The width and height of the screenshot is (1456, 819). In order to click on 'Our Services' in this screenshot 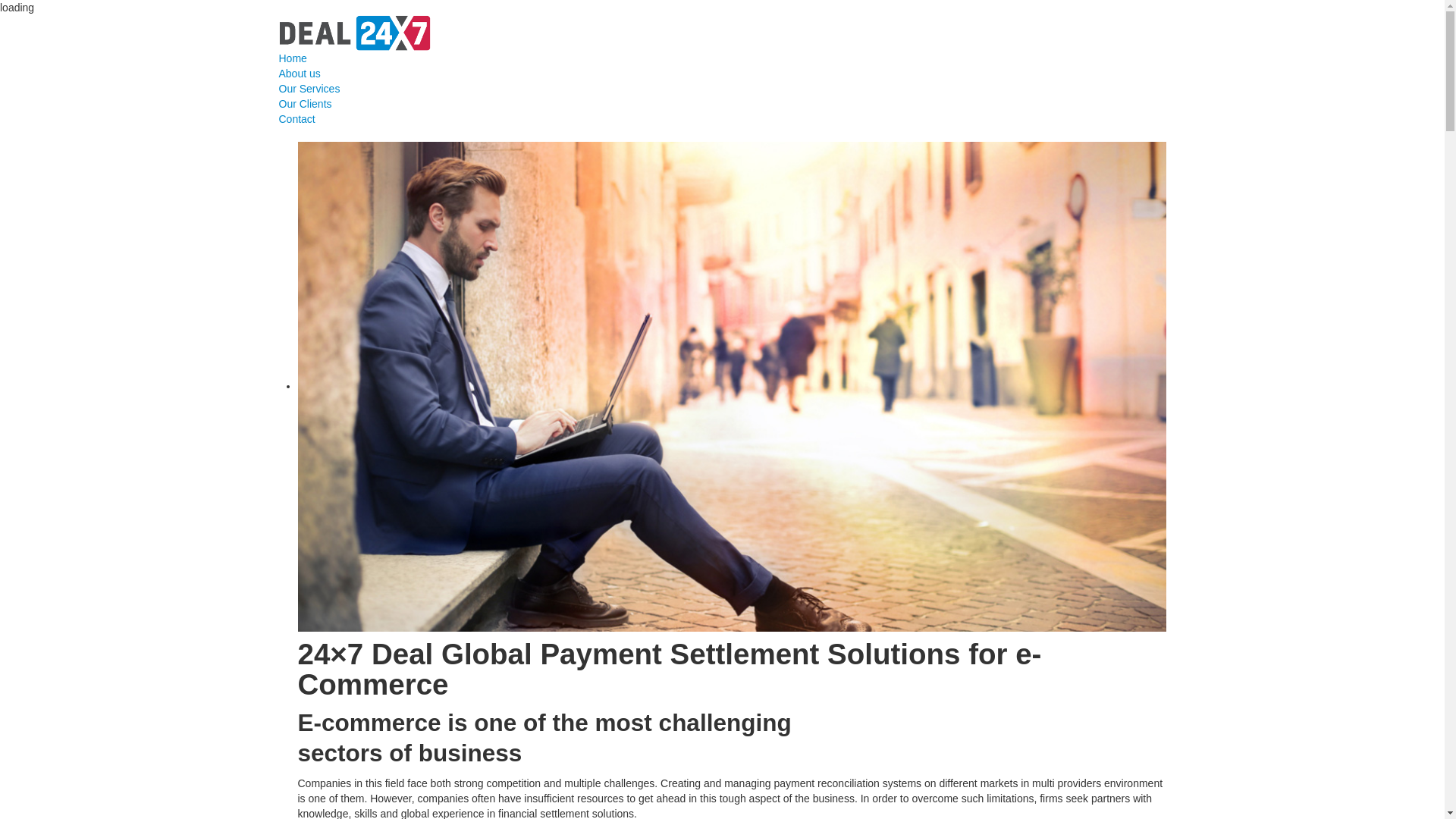, I will do `click(722, 88)`.